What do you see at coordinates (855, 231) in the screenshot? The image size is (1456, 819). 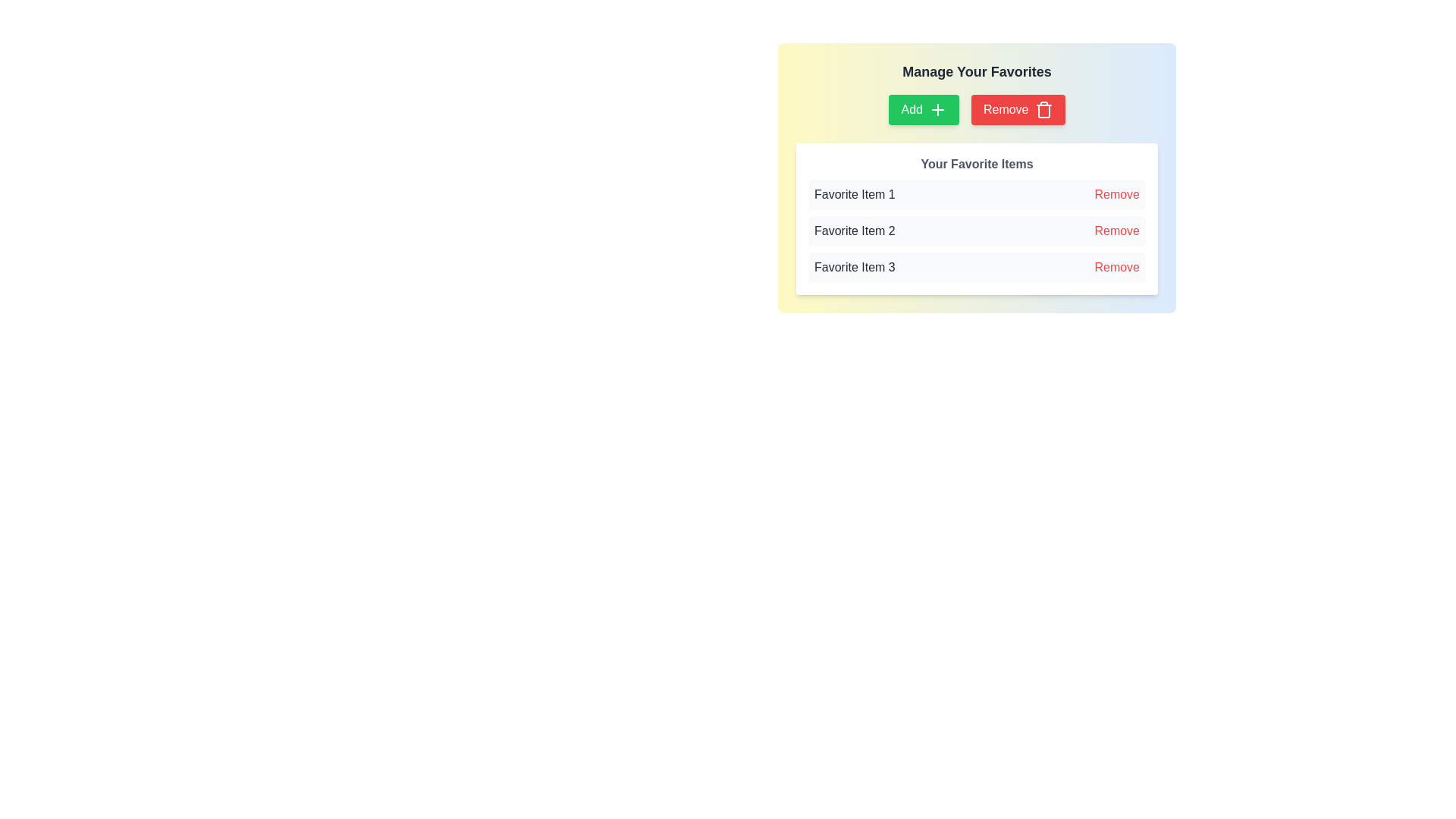 I see `the Text label for one of the items in the 'Your Favorite Items' list, located to the left of the 'Remove' button` at bounding box center [855, 231].